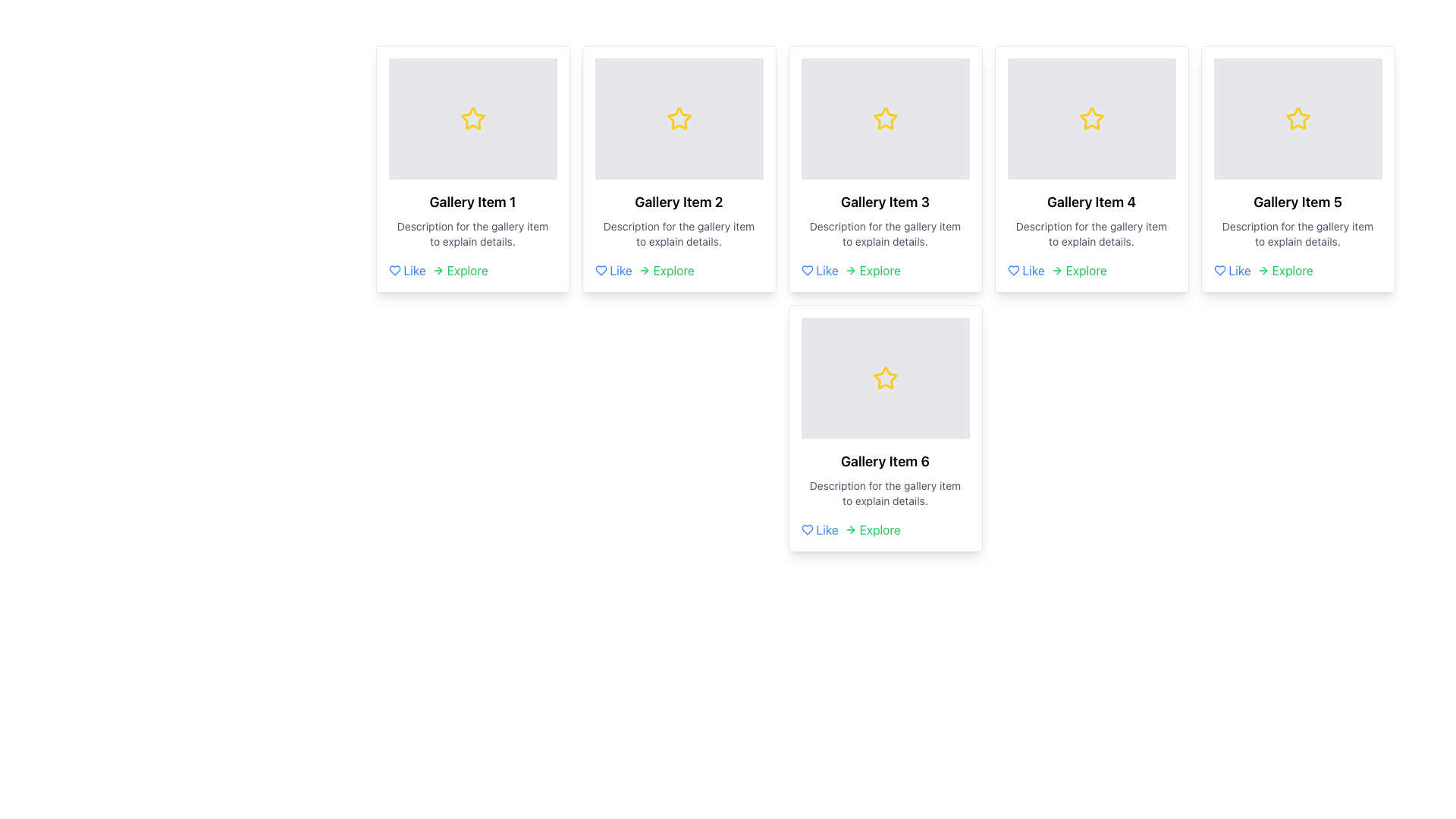 The height and width of the screenshot is (819, 1456). Describe the element at coordinates (1232, 270) in the screenshot. I see `the 'Like' hyperlink for 'Gallery Item 5' to observe the underline effect` at that location.